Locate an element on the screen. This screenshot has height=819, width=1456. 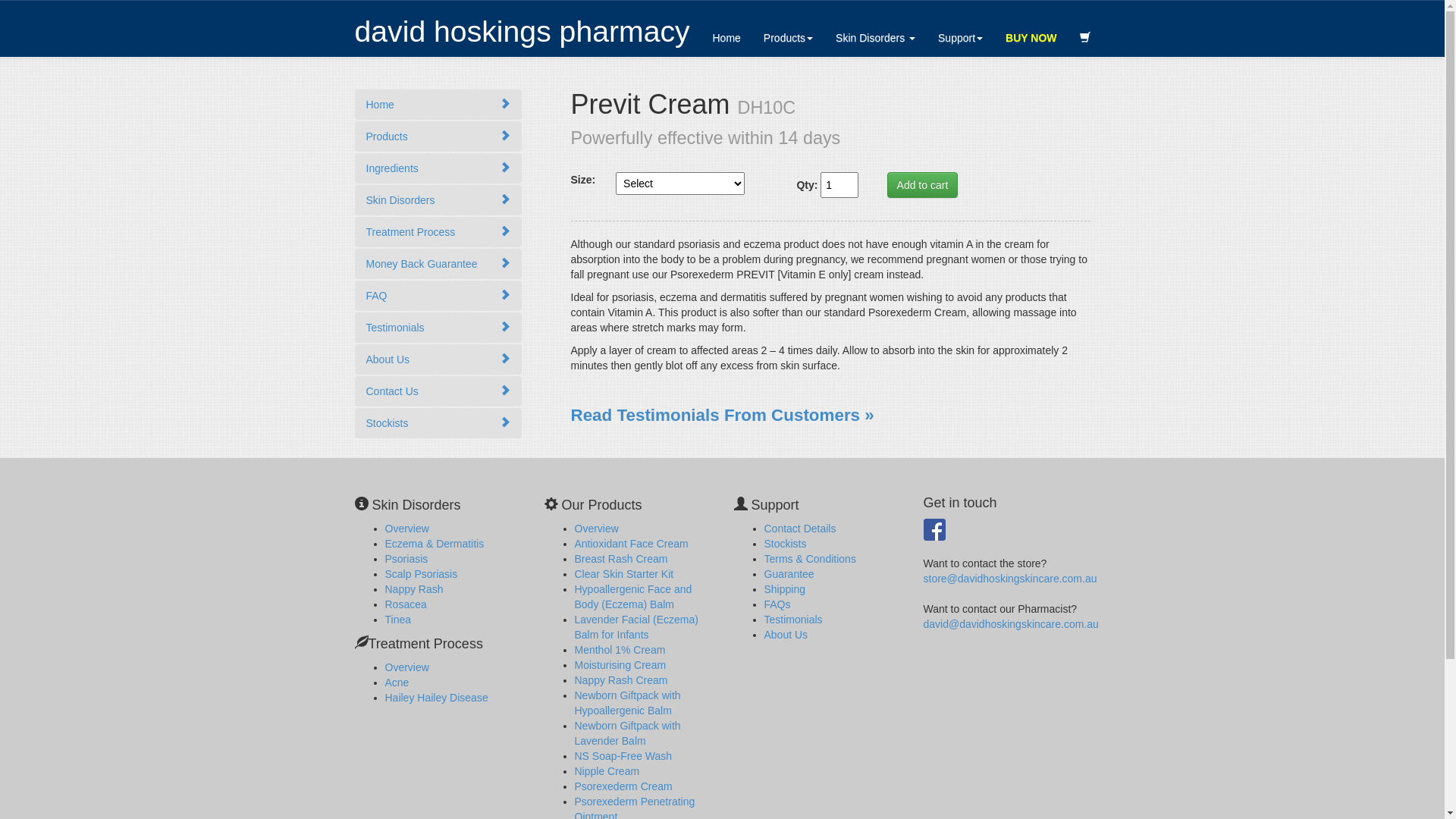
'store@davidhoskingskincare.com.au' is located at coordinates (1010, 579).